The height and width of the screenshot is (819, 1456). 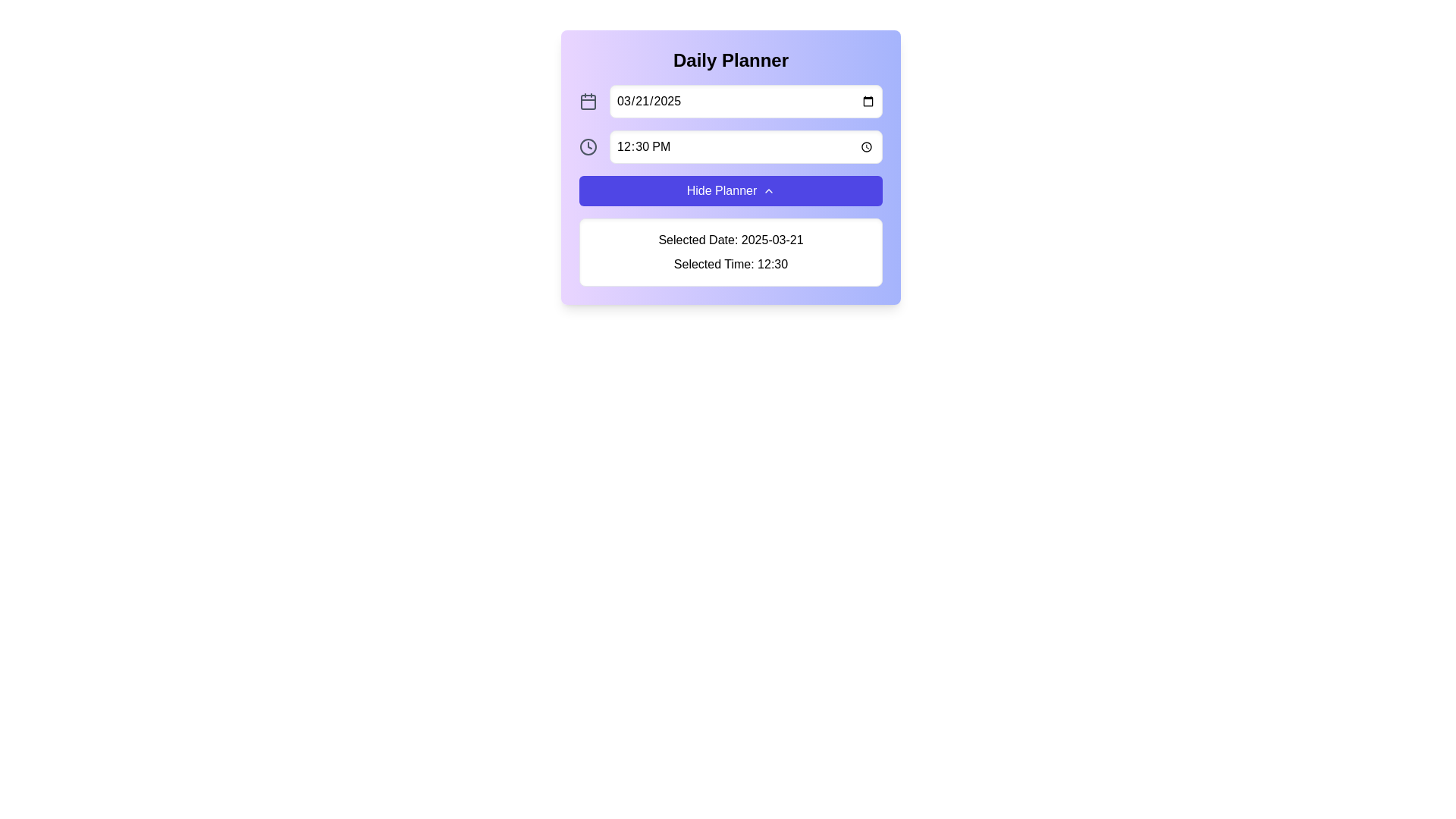 I want to click on the static text label that informs the user of the currently selected time within the planner application interface, which is located below the 'Selected Date: 2025-03-21' text, so click(x=731, y=263).